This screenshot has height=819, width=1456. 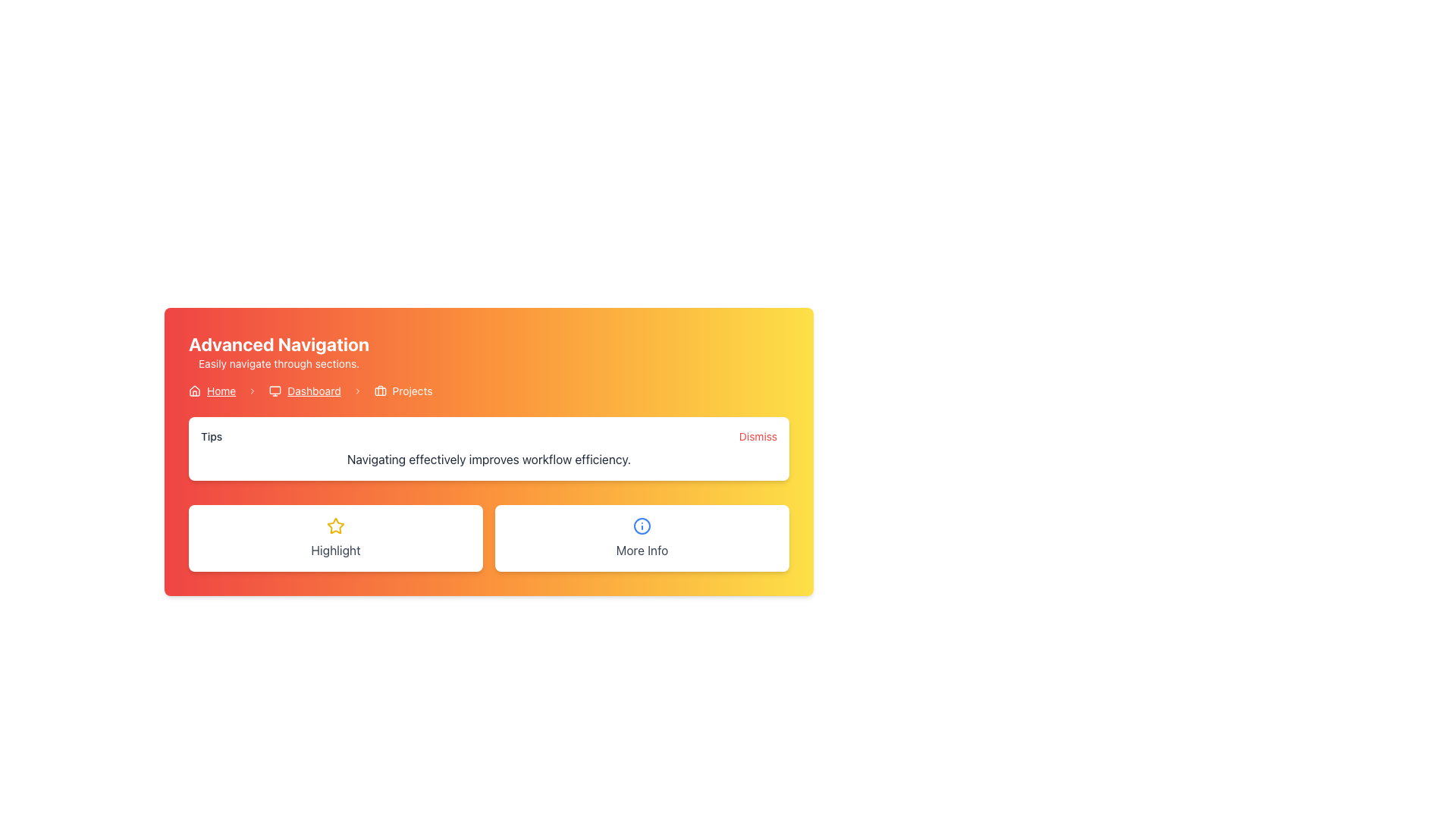 What do you see at coordinates (279, 344) in the screenshot?
I see `prominent bold text 'Advanced Navigation' displayed in white over a vibrant gradient background transitioning from red to orange, located at the top-left corner of its section` at bounding box center [279, 344].